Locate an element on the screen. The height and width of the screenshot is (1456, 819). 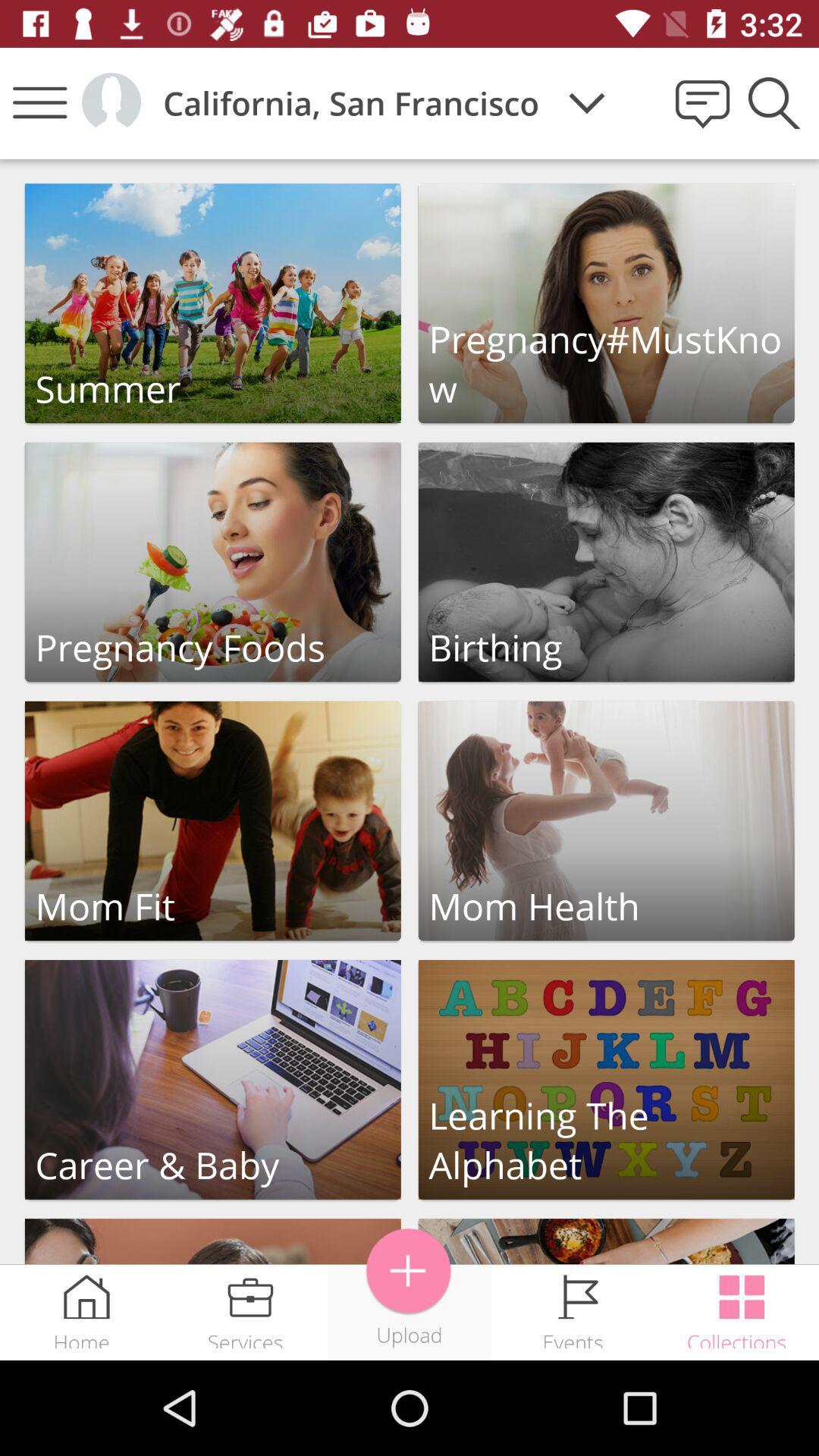
more pregnancy and child care tips is located at coordinates (605, 1241).